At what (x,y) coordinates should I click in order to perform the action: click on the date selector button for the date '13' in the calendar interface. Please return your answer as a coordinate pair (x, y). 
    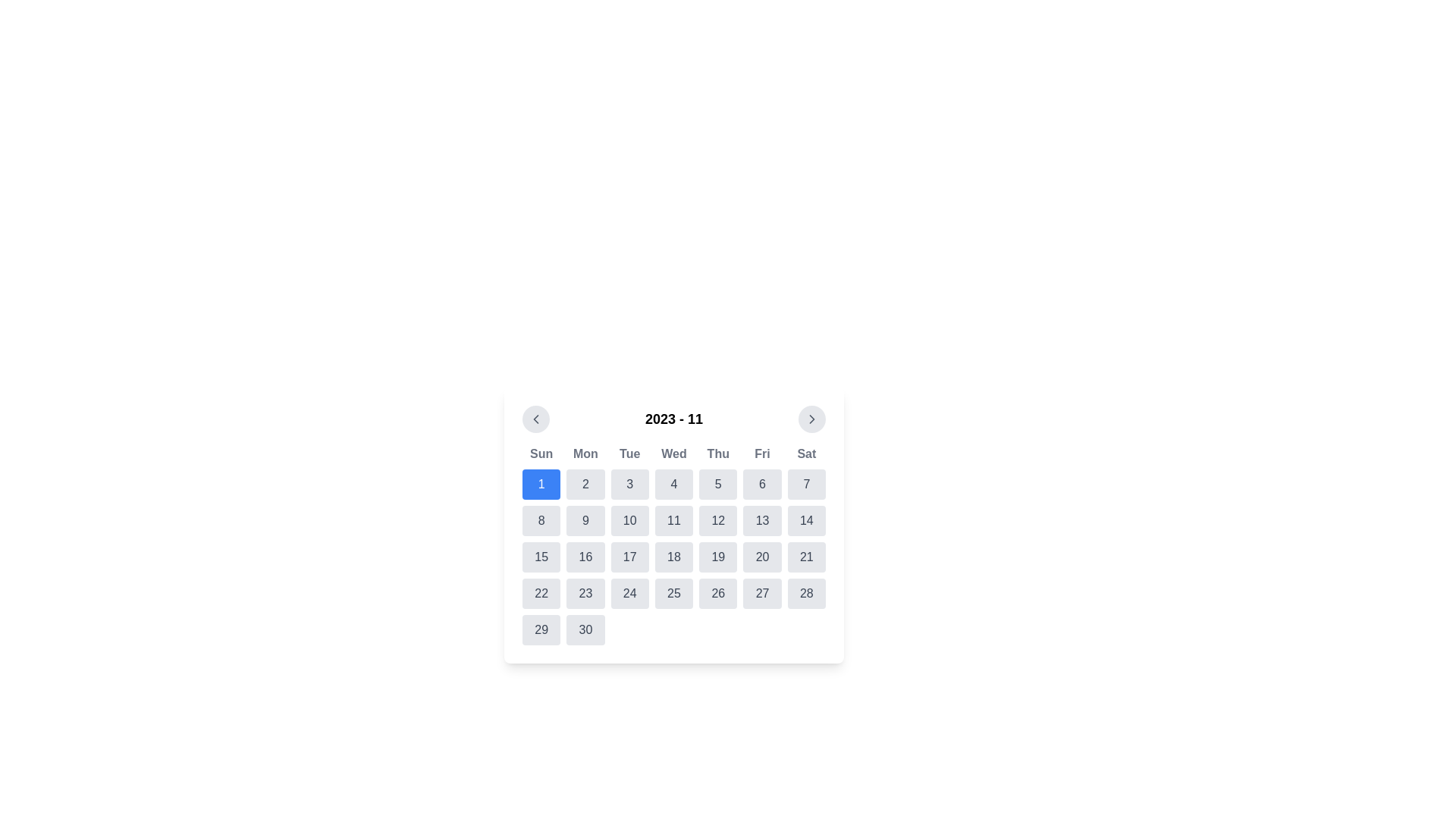
    Looking at the image, I should click on (762, 519).